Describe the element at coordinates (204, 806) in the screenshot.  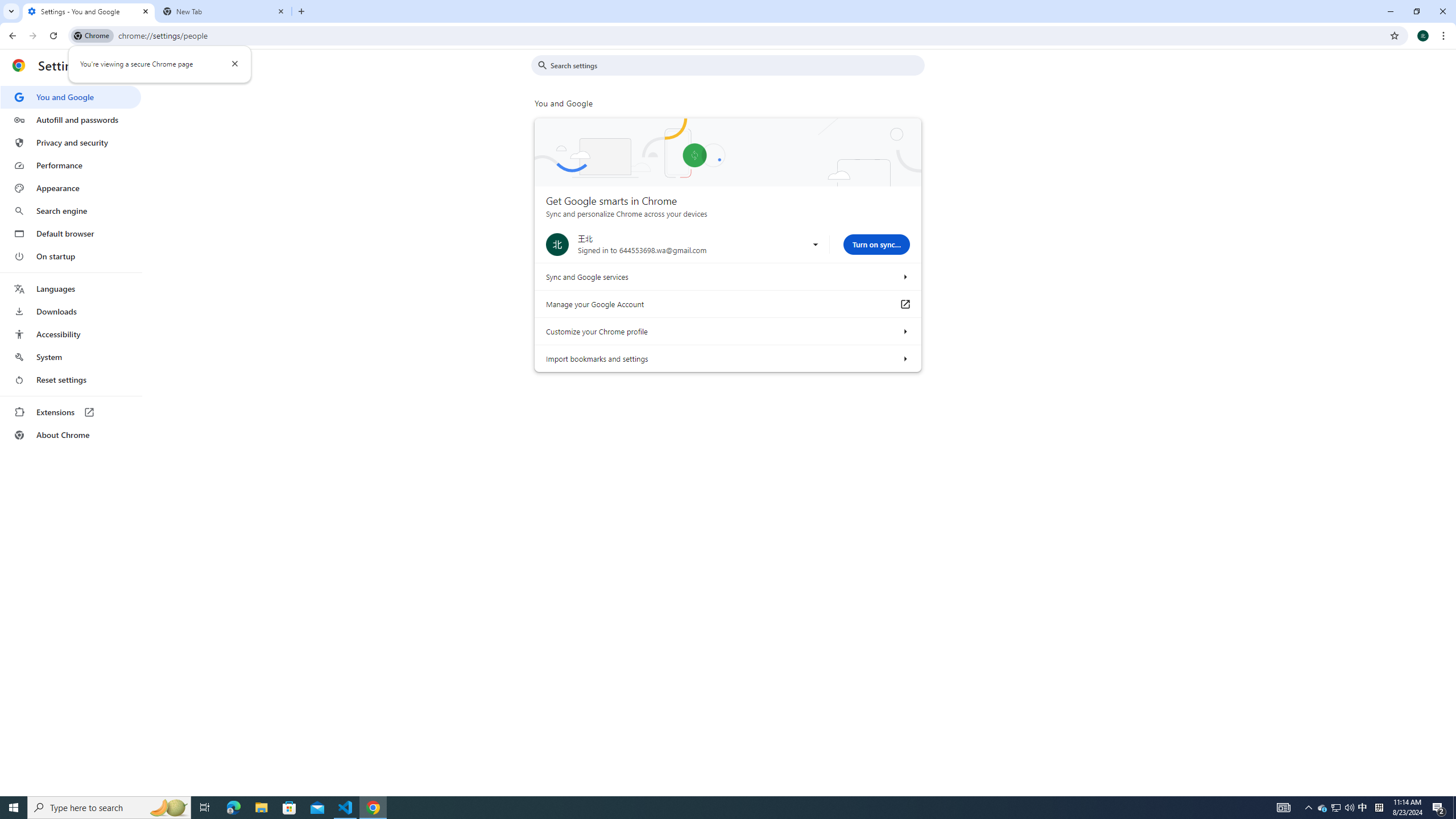
I see `'Task View'` at that location.